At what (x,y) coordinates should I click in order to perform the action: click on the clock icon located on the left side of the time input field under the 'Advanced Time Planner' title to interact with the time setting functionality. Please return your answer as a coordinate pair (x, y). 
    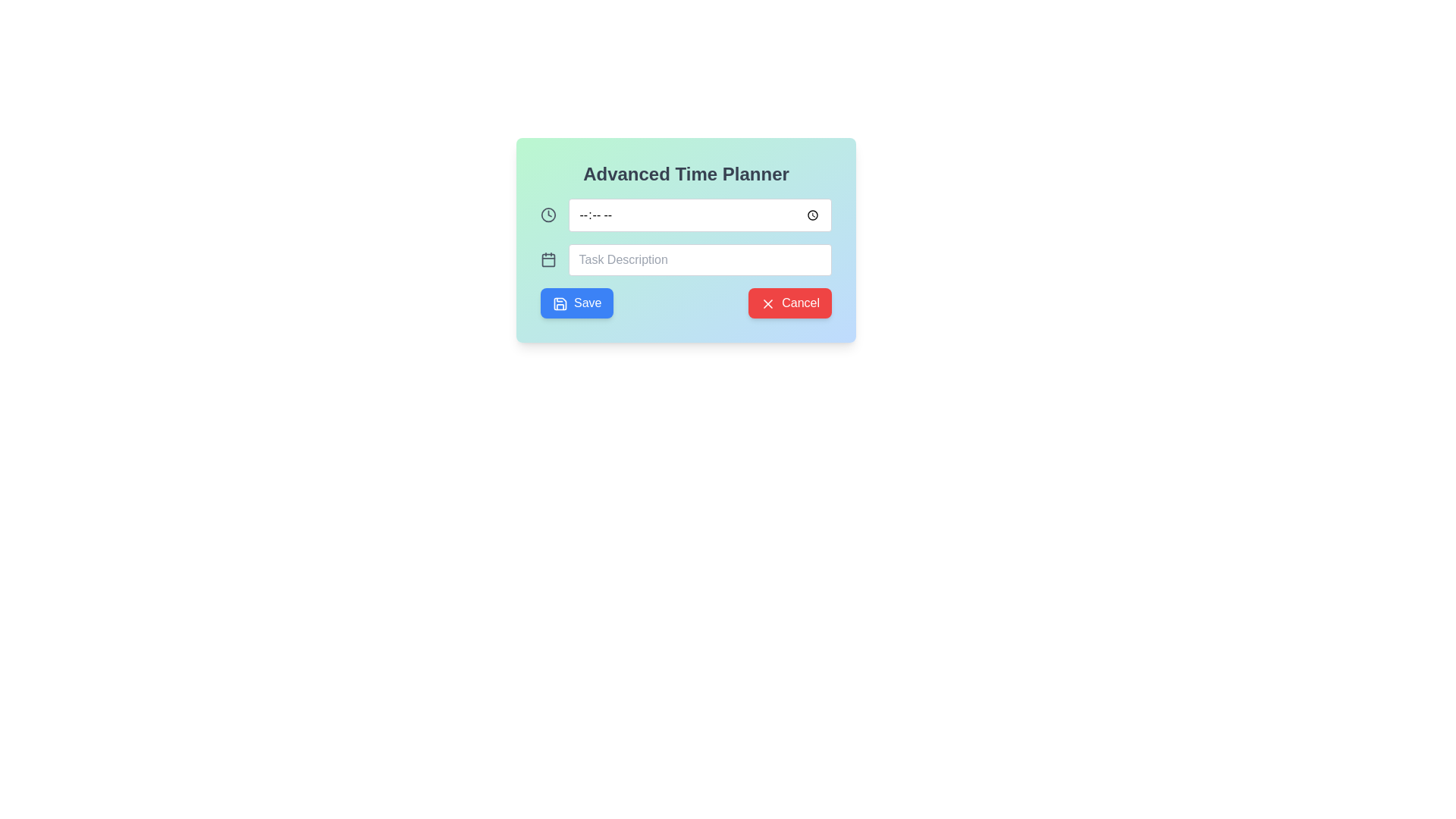
    Looking at the image, I should click on (548, 215).